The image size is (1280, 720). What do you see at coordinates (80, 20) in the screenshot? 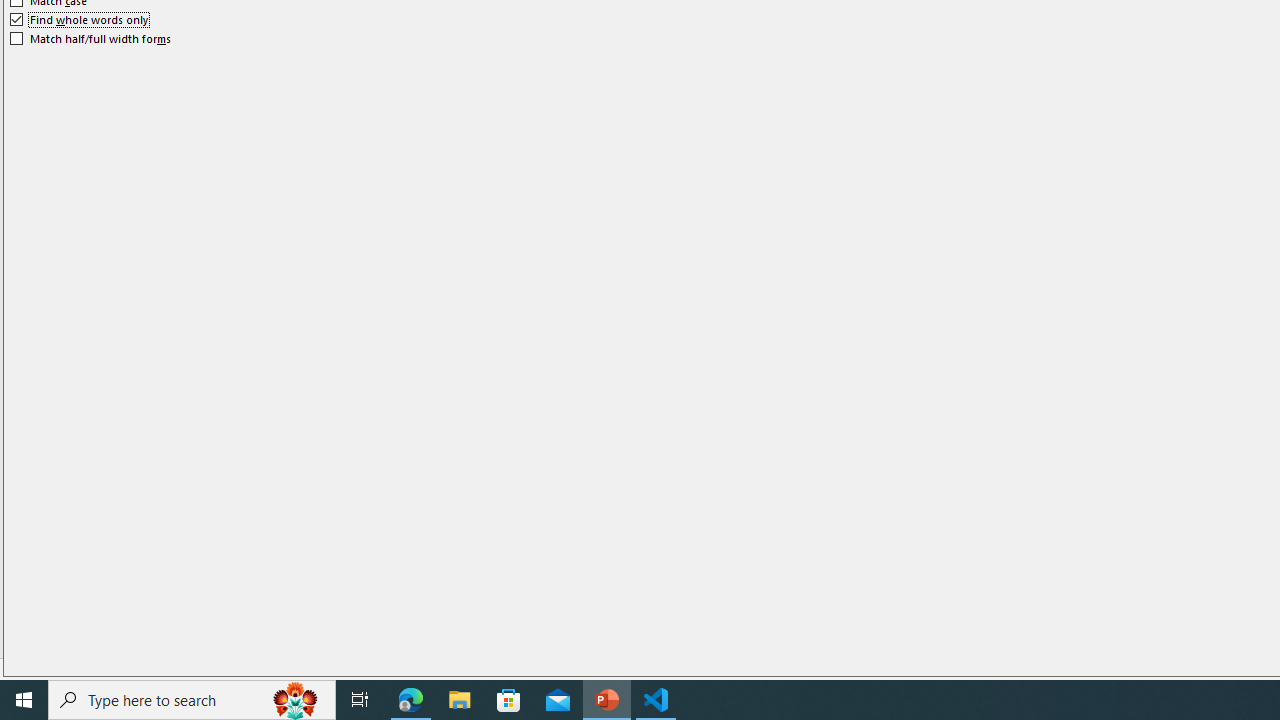
I see `'Find whole words only'` at bounding box center [80, 20].